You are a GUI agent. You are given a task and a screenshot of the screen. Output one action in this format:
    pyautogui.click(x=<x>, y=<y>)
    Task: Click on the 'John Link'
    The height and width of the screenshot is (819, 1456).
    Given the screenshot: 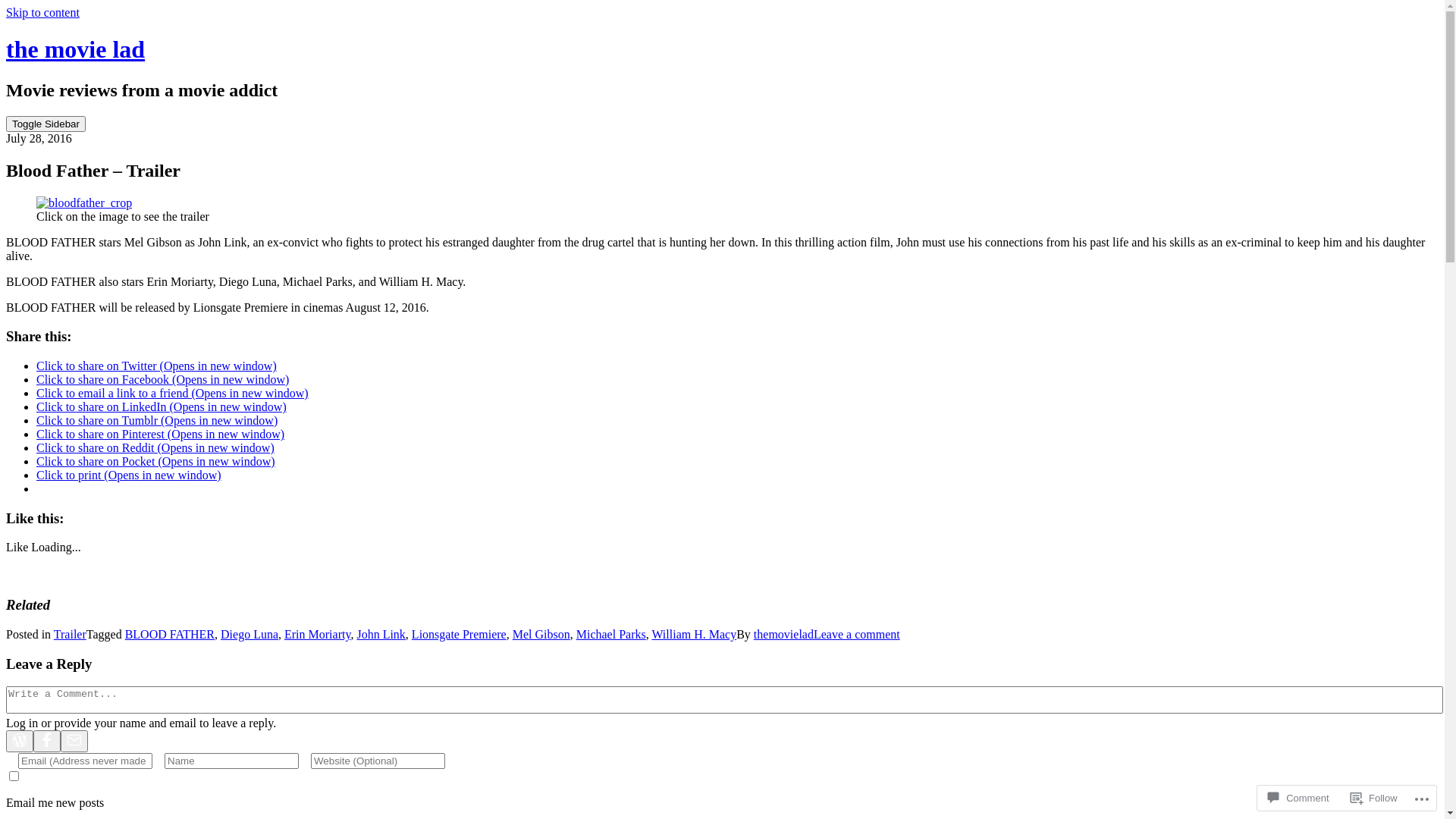 What is the action you would take?
    pyautogui.click(x=381, y=634)
    